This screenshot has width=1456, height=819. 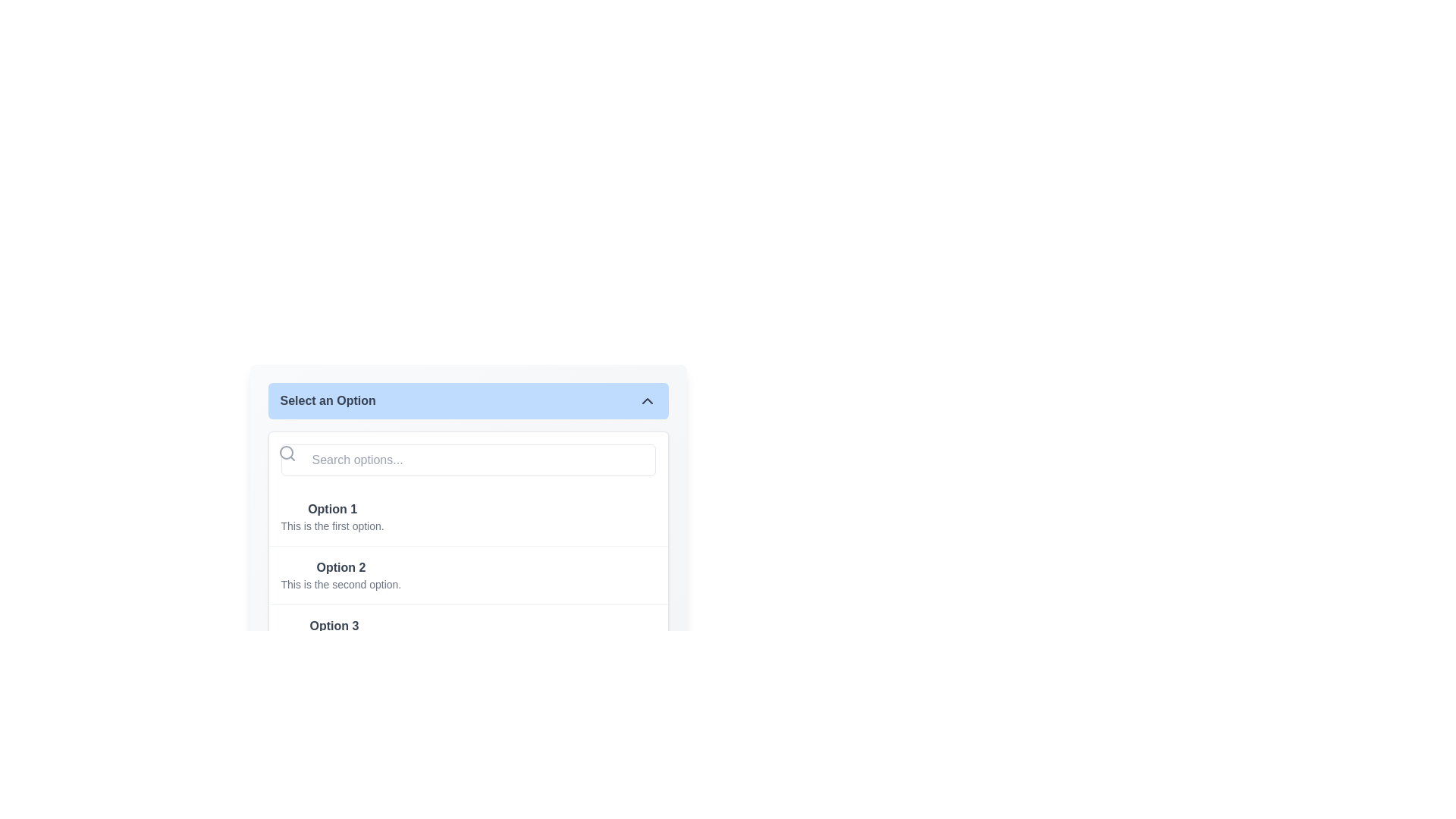 What do you see at coordinates (467, 516) in the screenshot?
I see `the first selectable option 'Option 1' in the dropdown menu` at bounding box center [467, 516].